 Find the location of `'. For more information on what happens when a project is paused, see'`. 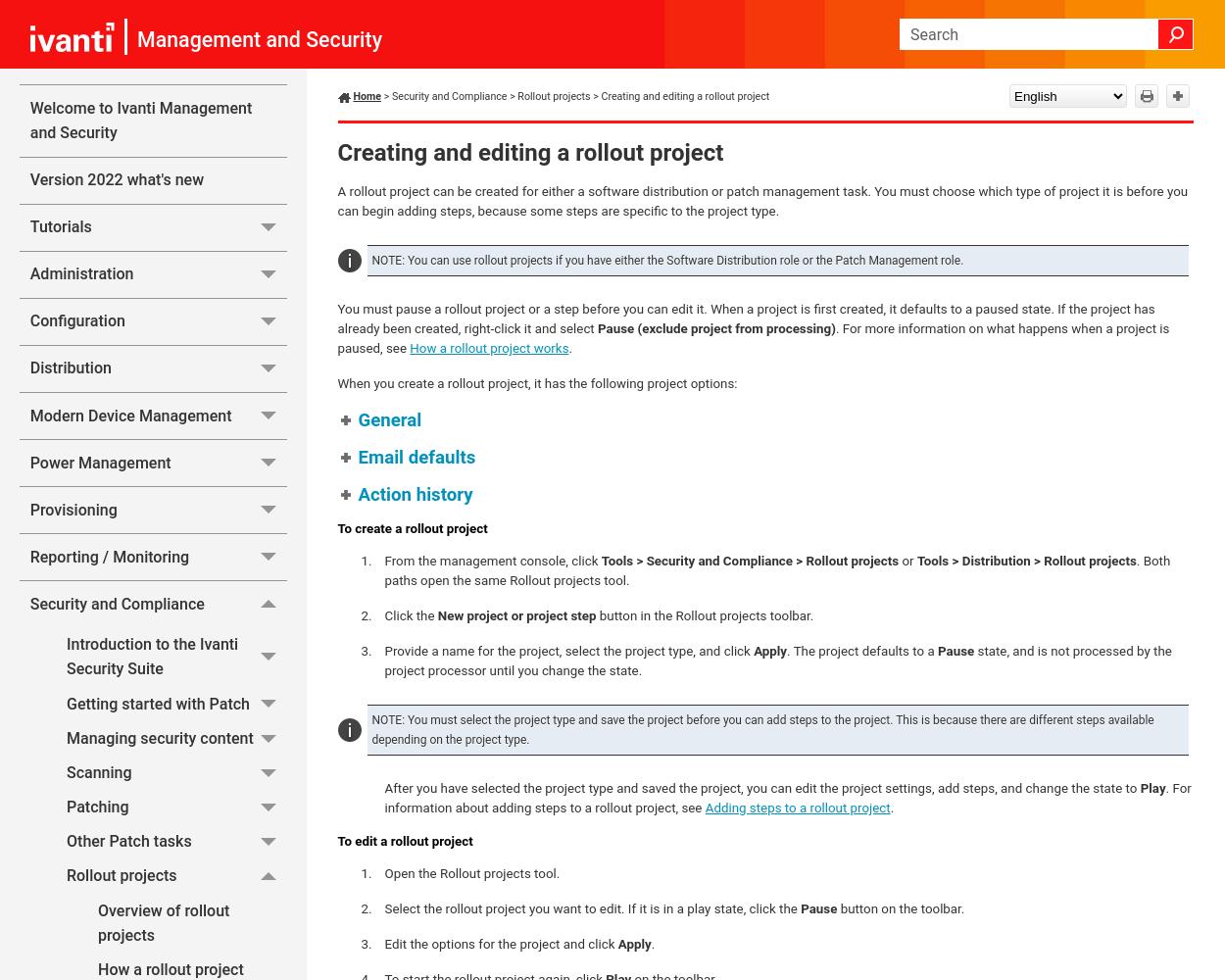

'. For more information on what happens when a project is paused, see' is located at coordinates (753, 337).